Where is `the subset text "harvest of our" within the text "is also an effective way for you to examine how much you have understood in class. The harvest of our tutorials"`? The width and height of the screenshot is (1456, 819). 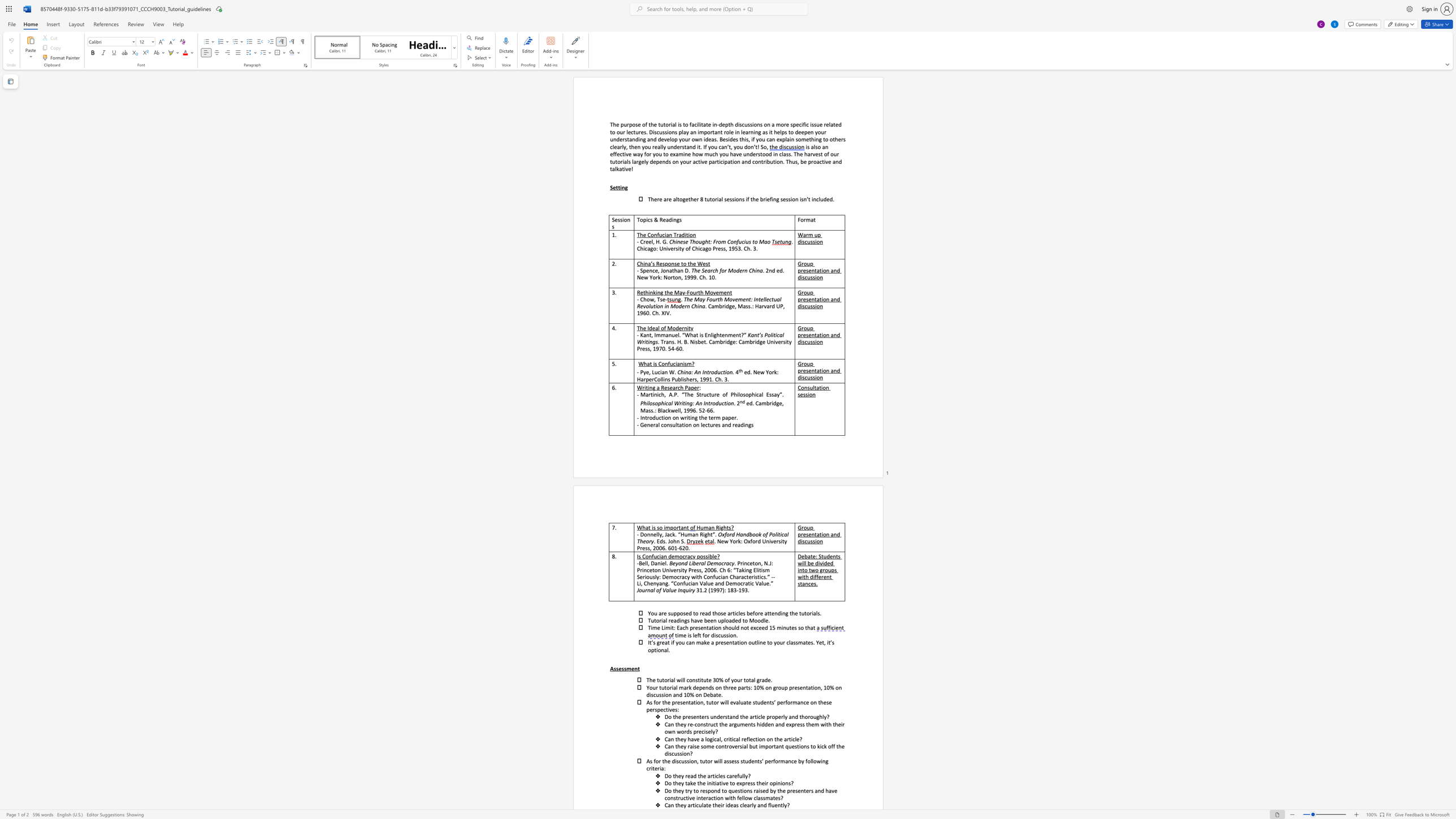
the subset text "harvest of our" within the text "is also an effective way for you to examine how much you have understood in class. The harvest of our tutorials" is located at coordinates (804, 153).